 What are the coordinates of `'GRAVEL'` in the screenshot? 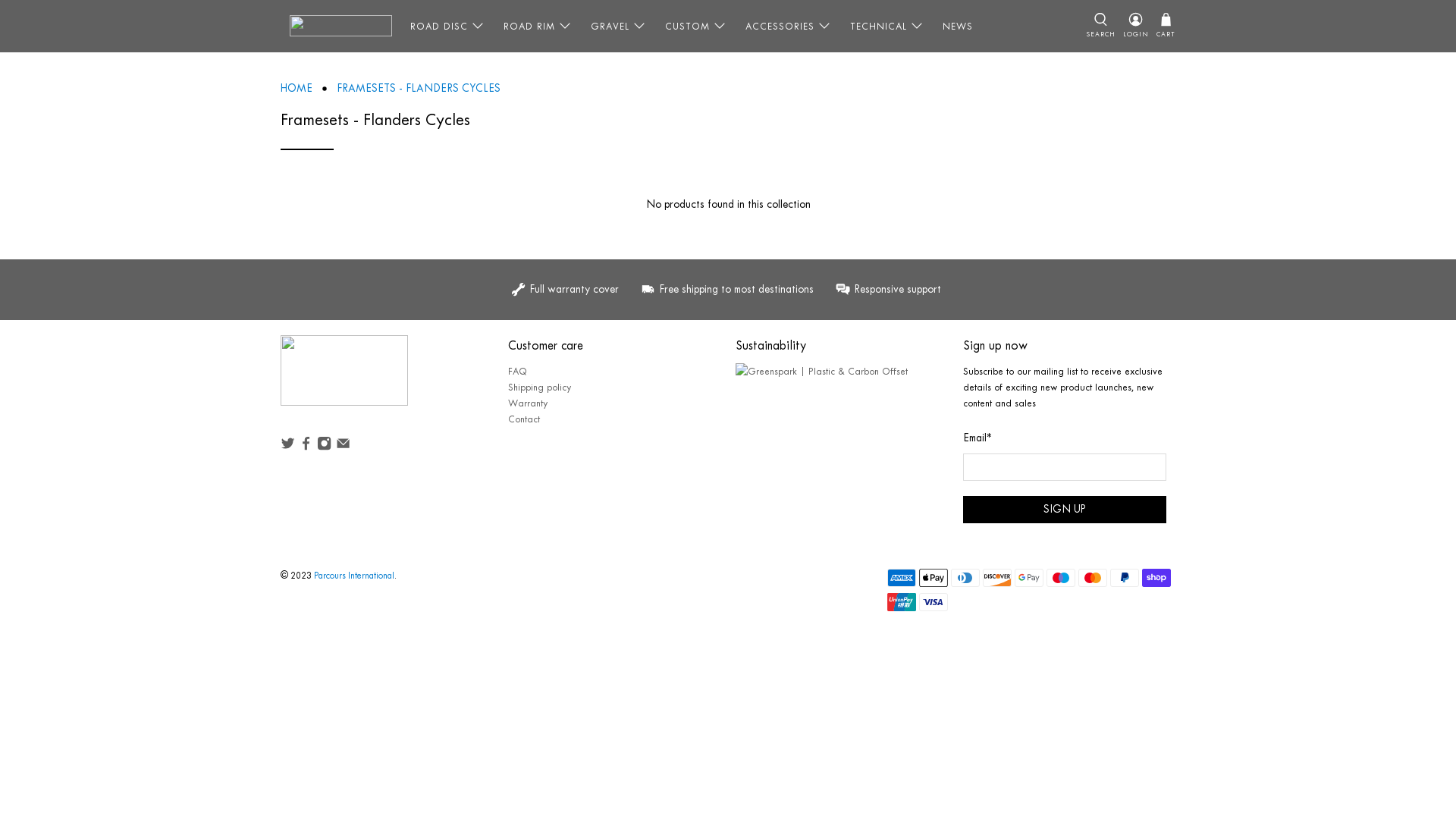 It's located at (619, 26).